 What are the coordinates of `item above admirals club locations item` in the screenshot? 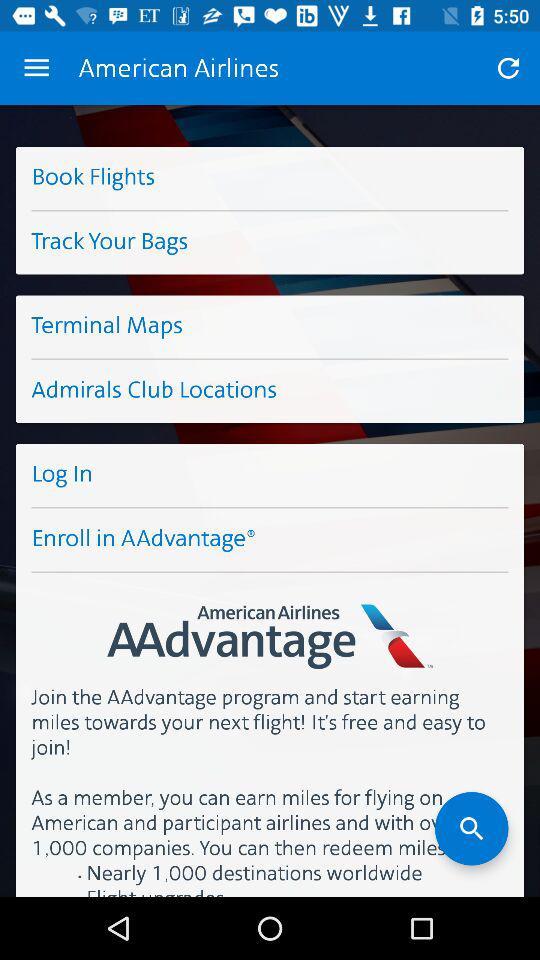 It's located at (270, 326).